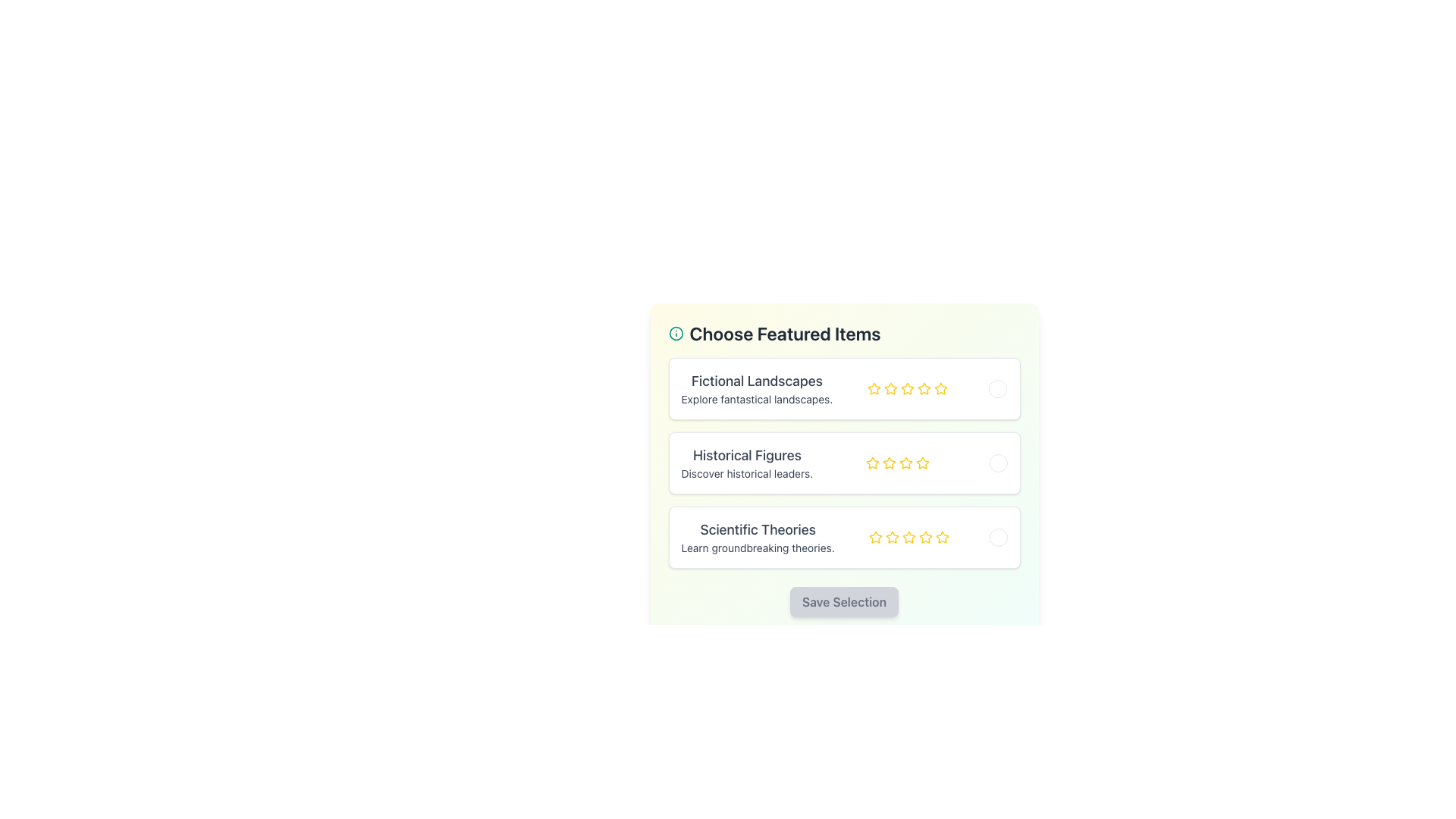 The width and height of the screenshot is (1456, 819). I want to click on the second star, so click(891, 388).